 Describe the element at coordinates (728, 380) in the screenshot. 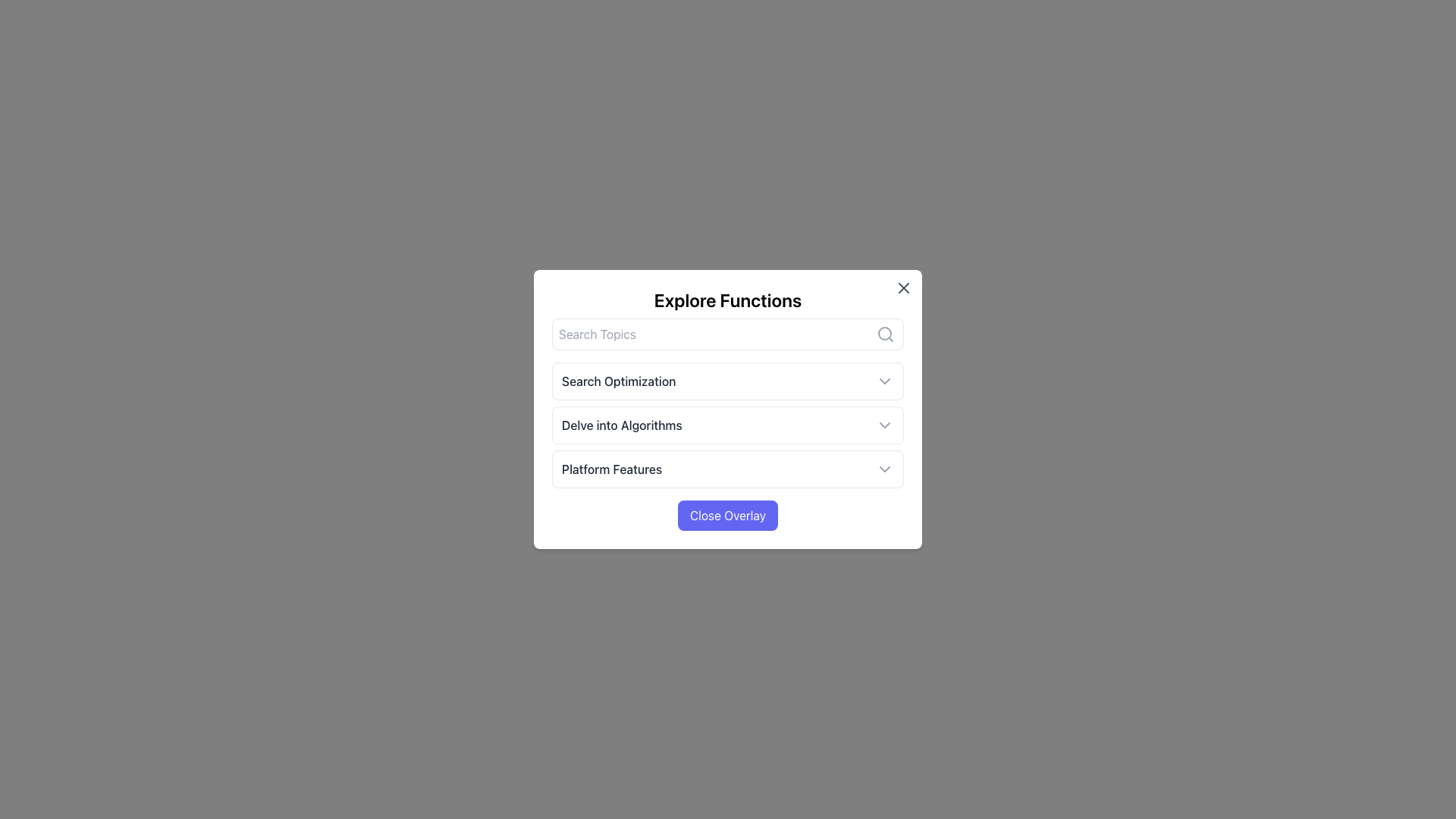

I see `the 'Search Optimization' dropdown button located in the modal dialog titled 'Explore Functions' for visual feedback` at that location.